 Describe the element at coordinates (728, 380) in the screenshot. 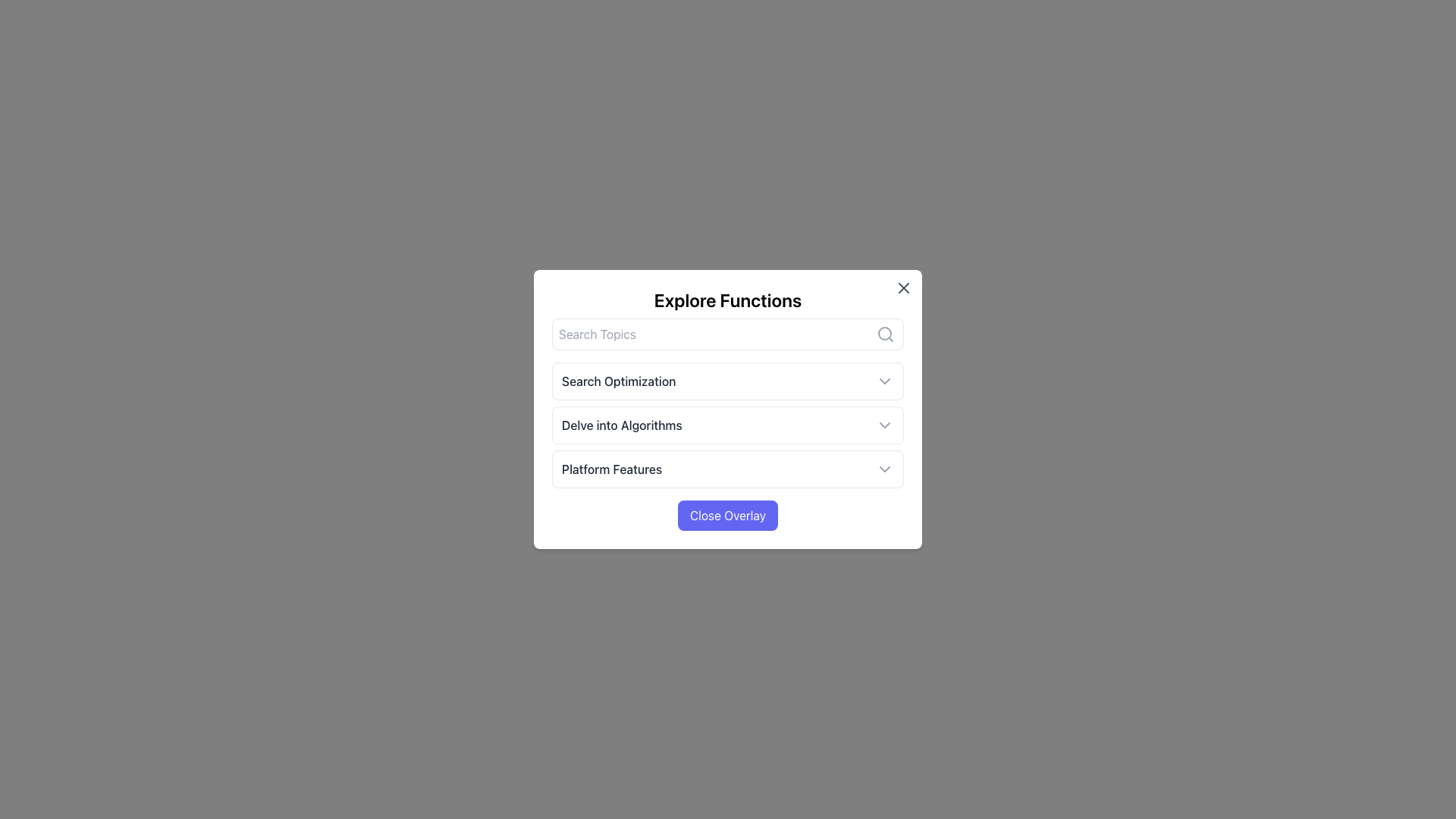

I see `the 'Search Optimization' dropdown button located in the modal dialog titled 'Explore Functions' for visual feedback` at that location.